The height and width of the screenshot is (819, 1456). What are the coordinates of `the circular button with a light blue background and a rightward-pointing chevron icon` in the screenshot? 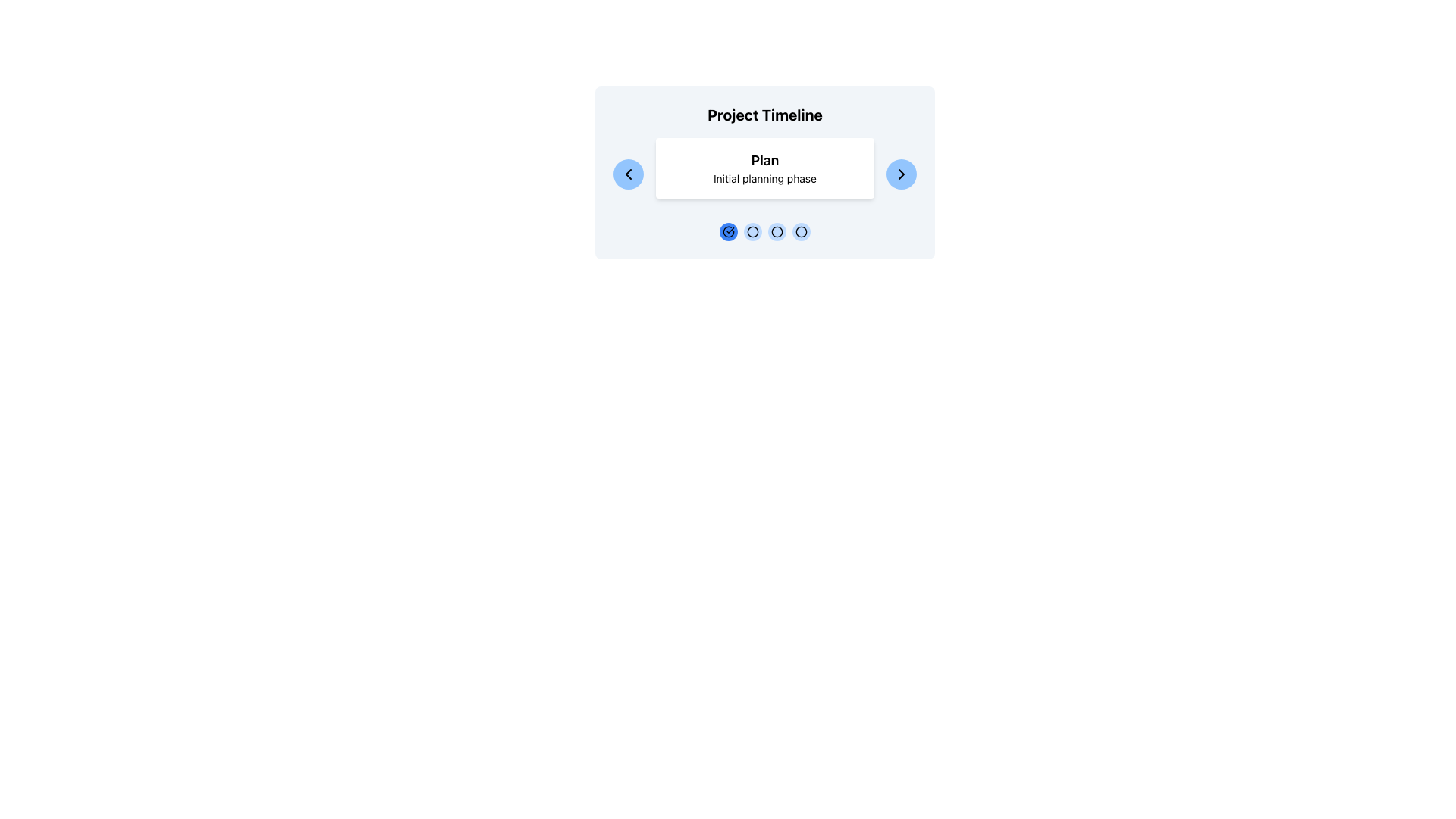 It's located at (902, 174).